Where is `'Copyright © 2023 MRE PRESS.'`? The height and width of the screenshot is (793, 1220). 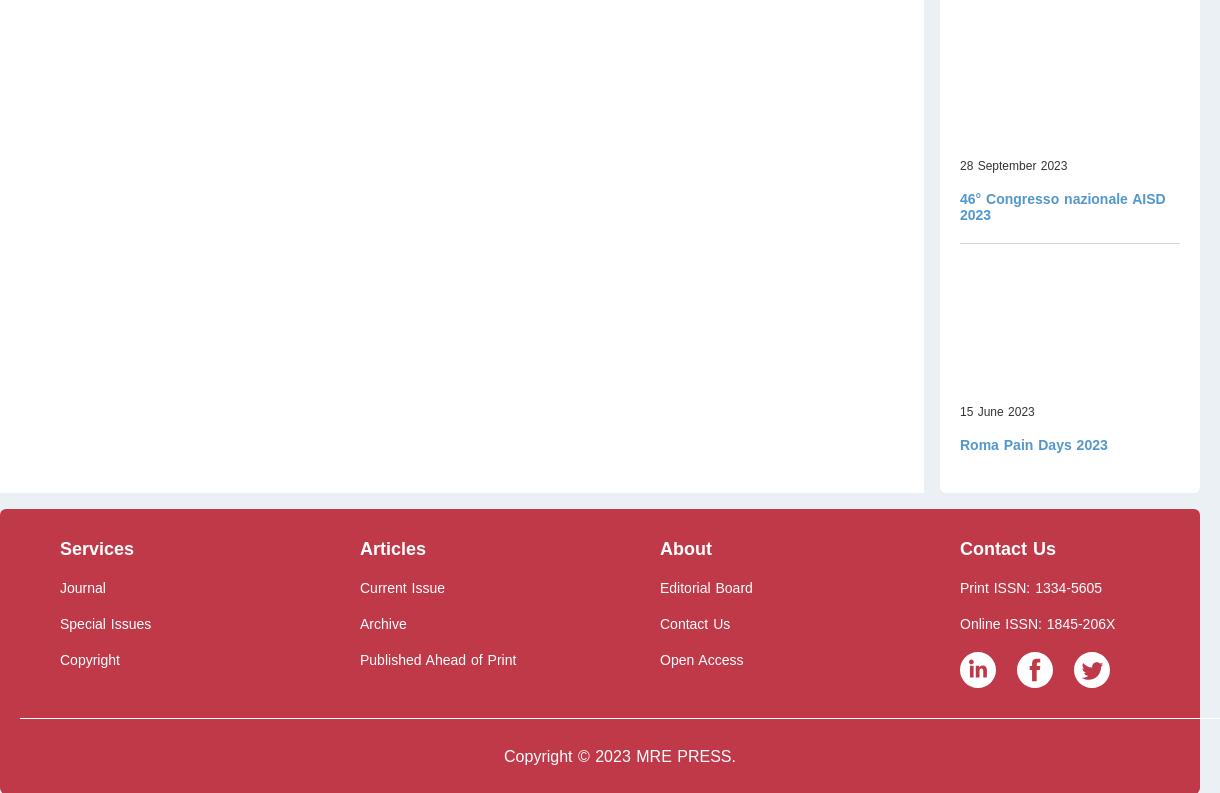
'Copyright © 2023 MRE PRESS.' is located at coordinates (619, 756).